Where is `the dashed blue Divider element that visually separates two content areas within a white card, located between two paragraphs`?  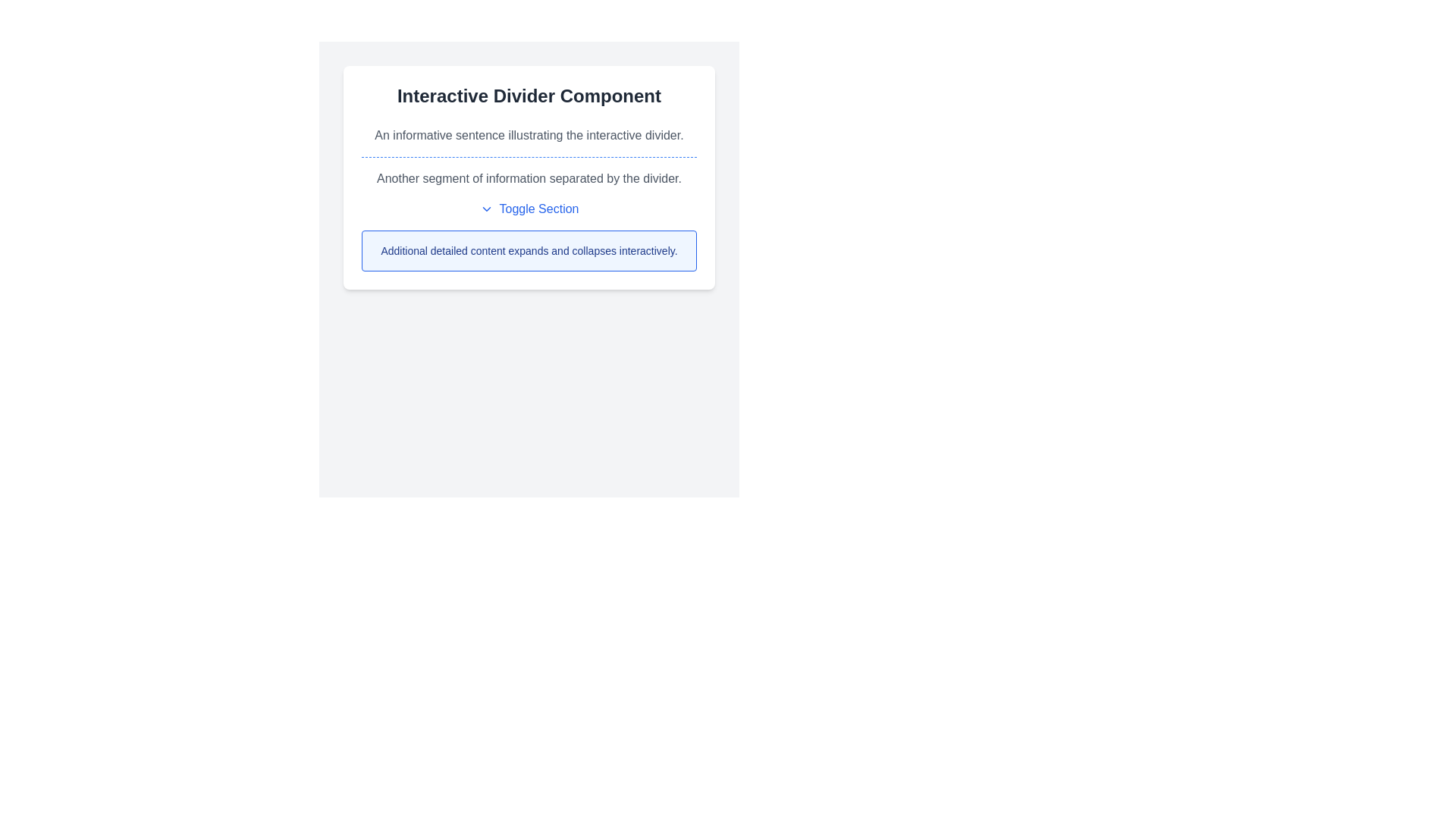
the dashed blue Divider element that visually separates two content areas within a white card, located between two paragraphs is located at coordinates (529, 157).